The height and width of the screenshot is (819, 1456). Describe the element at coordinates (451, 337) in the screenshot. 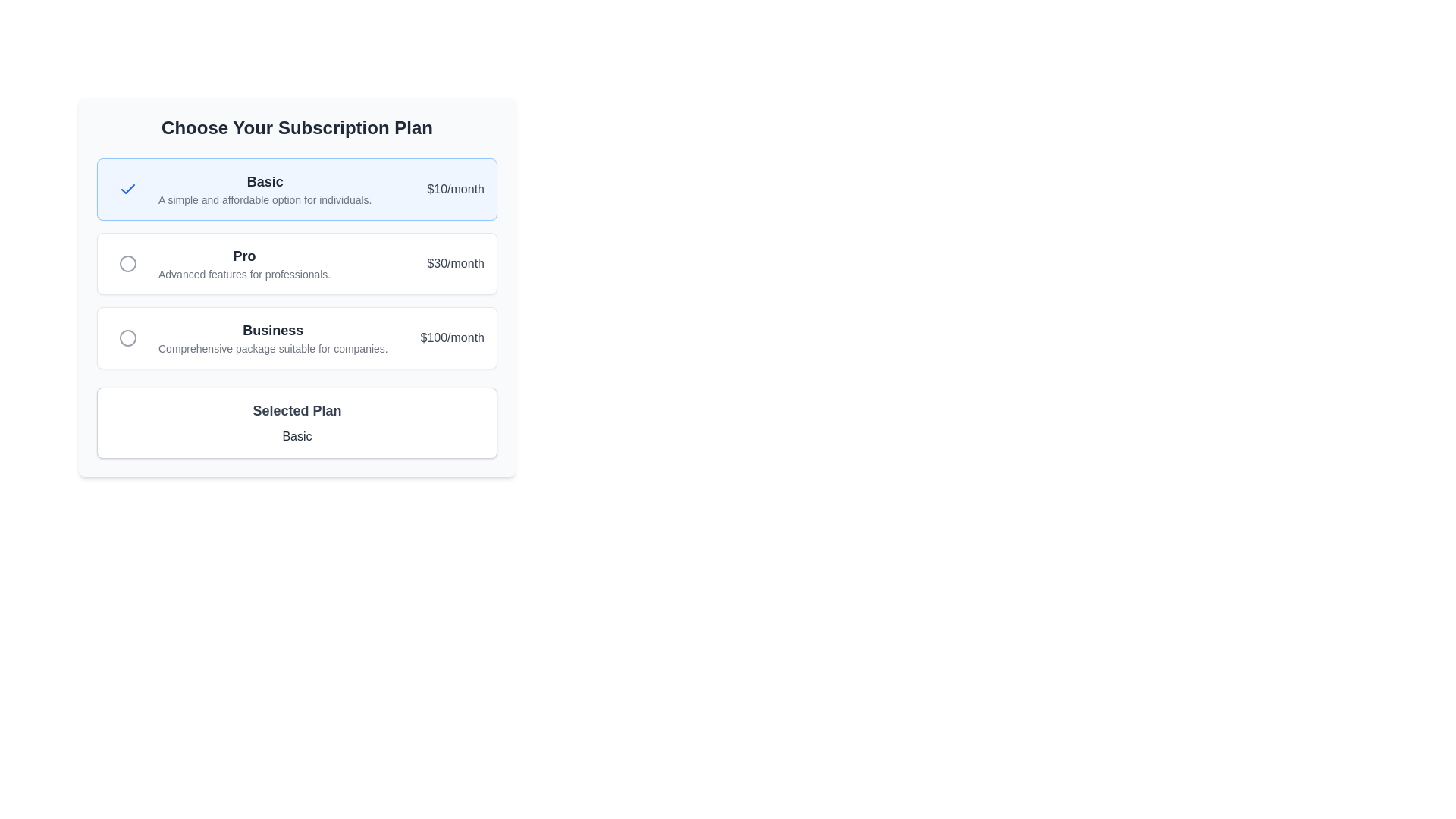

I see `pricing information text for the 'Business' subscription plan located within the 'Business' subscription option card, positioned to the right of the descriptive text` at that location.